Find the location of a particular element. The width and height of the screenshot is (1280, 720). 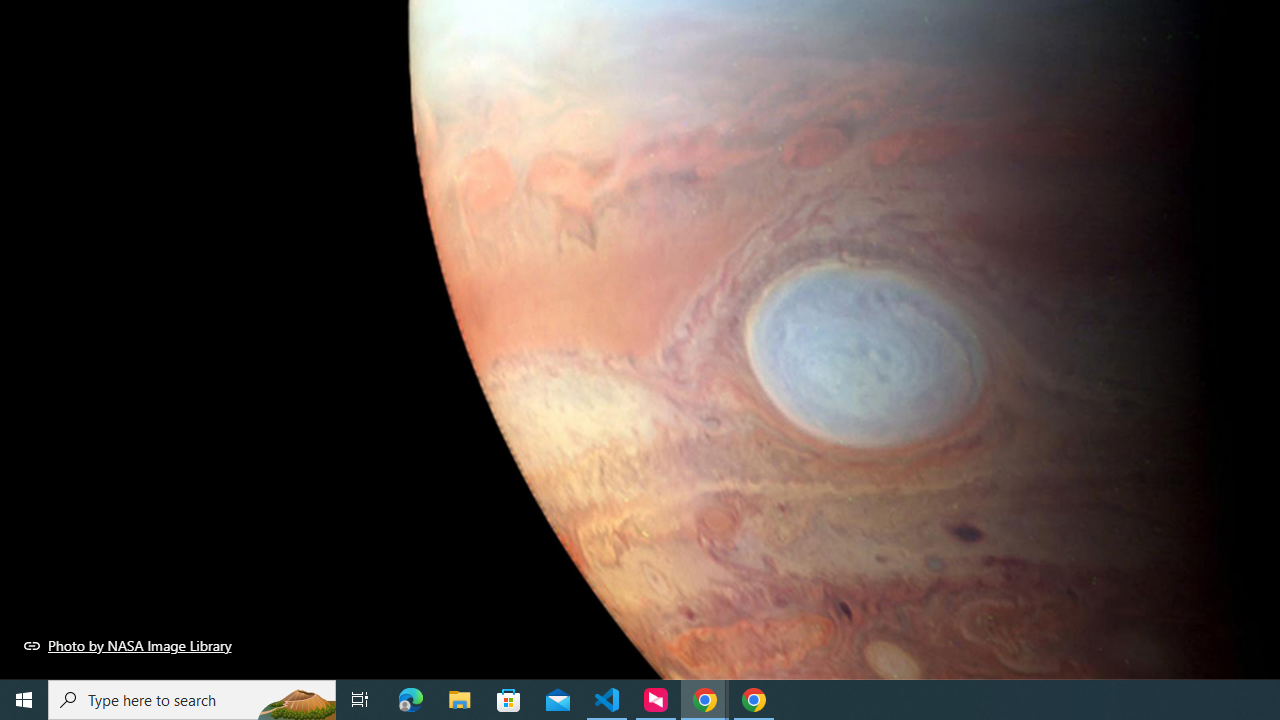

'Photo by NASA Image Library' is located at coordinates (127, 645).